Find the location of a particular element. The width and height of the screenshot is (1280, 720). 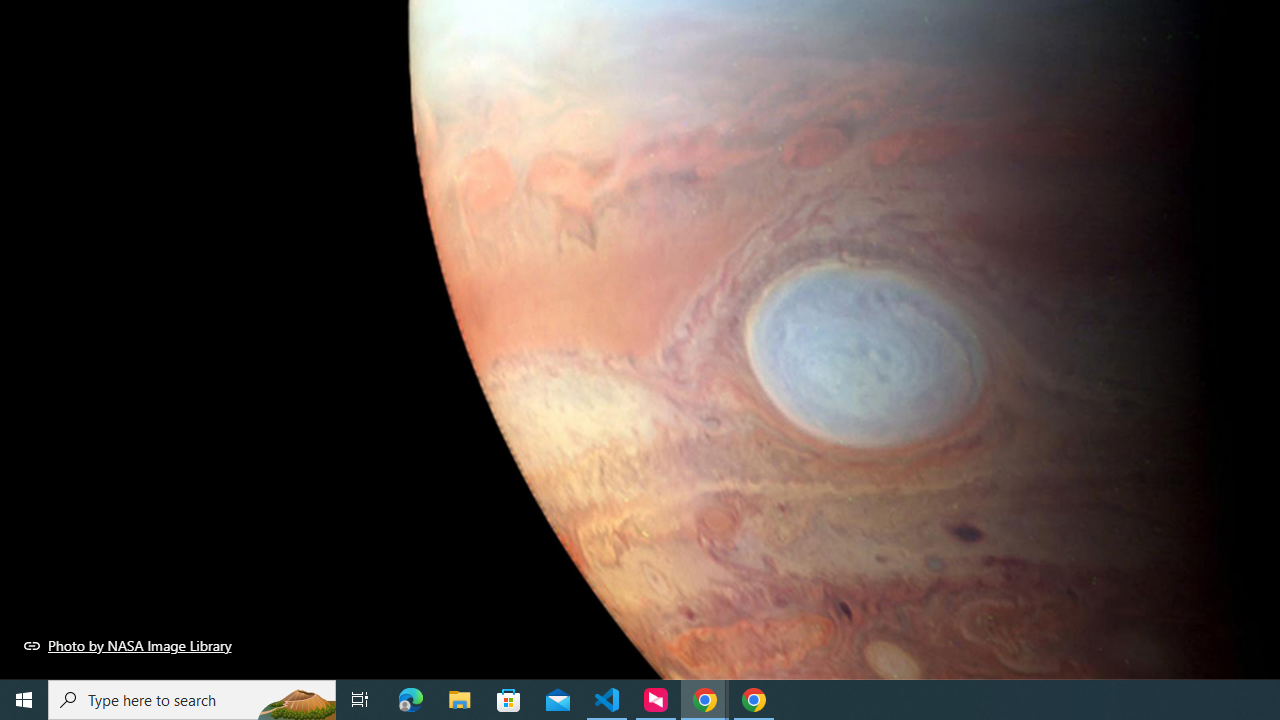

'Photo by NASA Image Library' is located at coordinates (127, 645).